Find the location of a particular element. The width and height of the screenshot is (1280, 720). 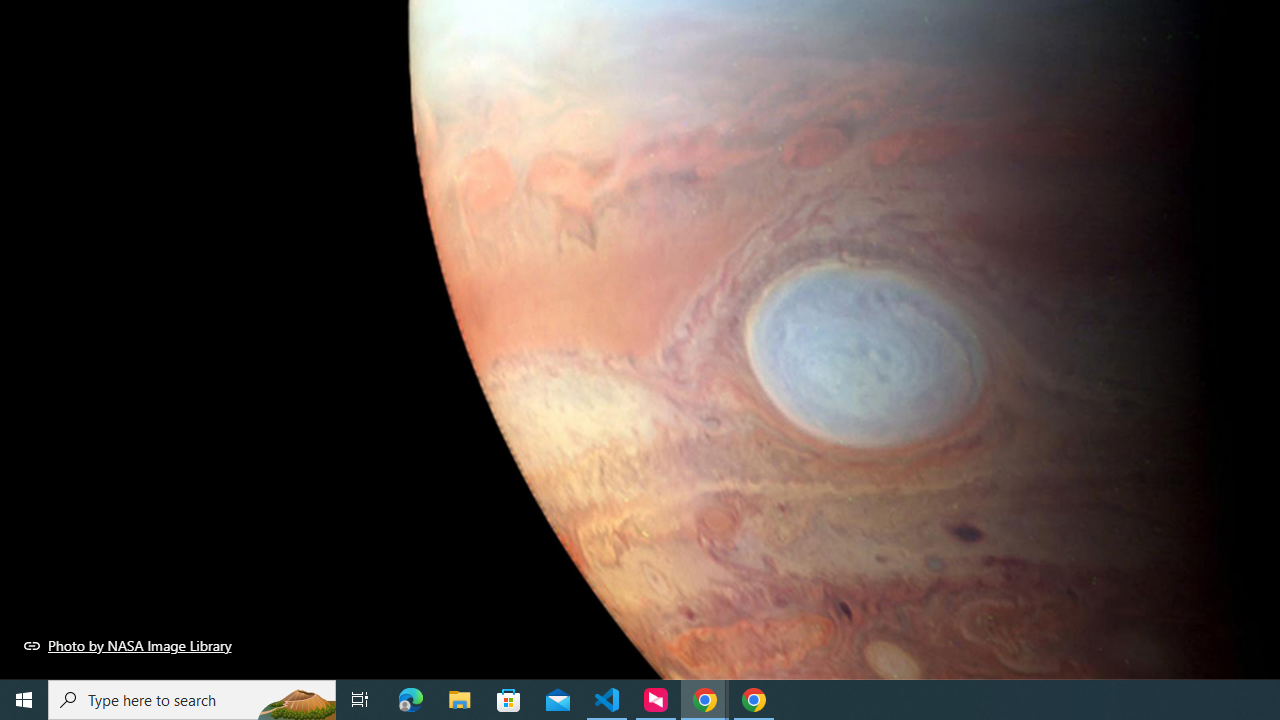

'Photo by NASA Image Library' is located at coordinates (127, 645).